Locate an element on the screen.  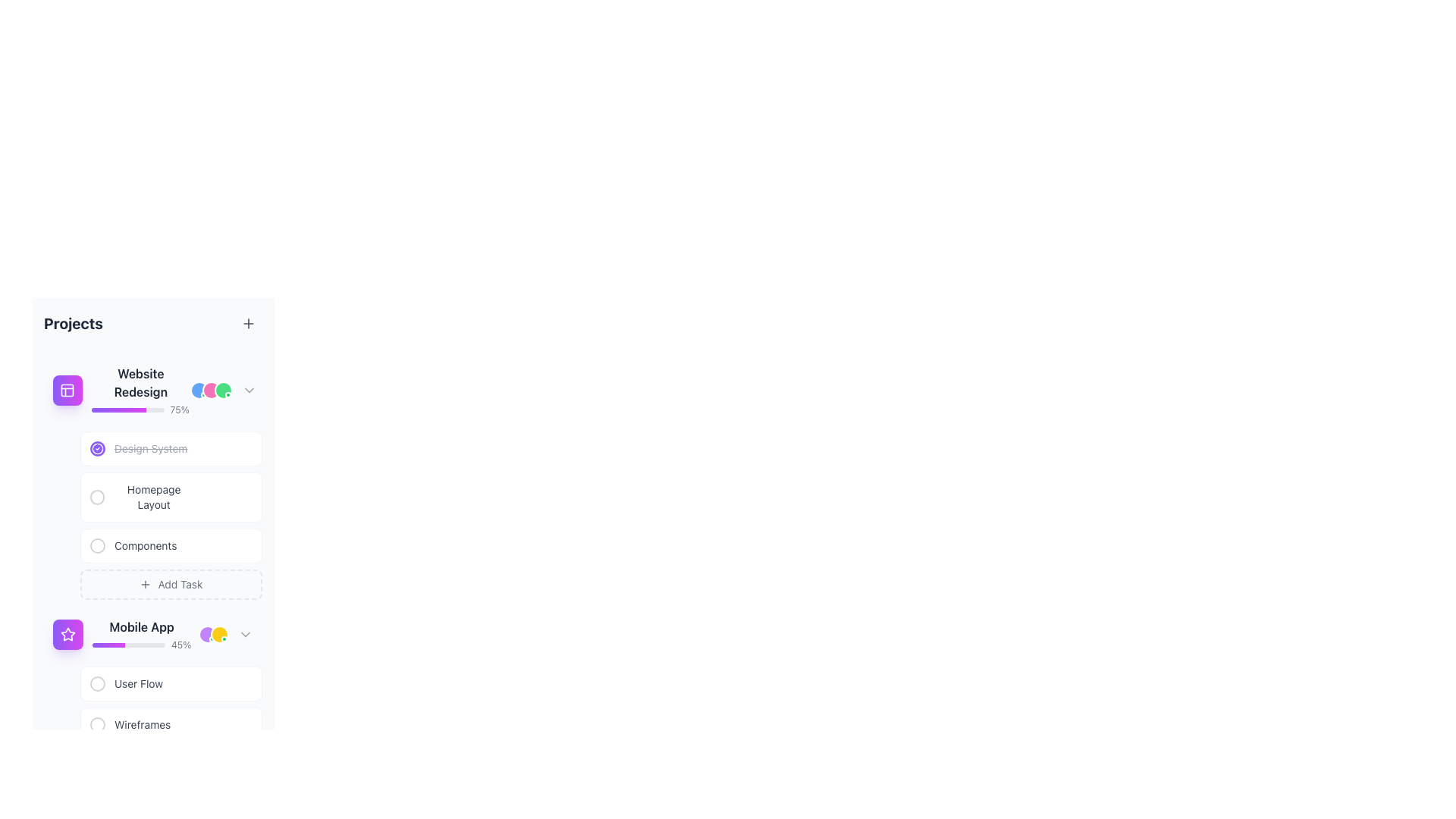
the box of the second task entry in the selectable list under the 'Mobile App' section is located at coordinates (171, 721).